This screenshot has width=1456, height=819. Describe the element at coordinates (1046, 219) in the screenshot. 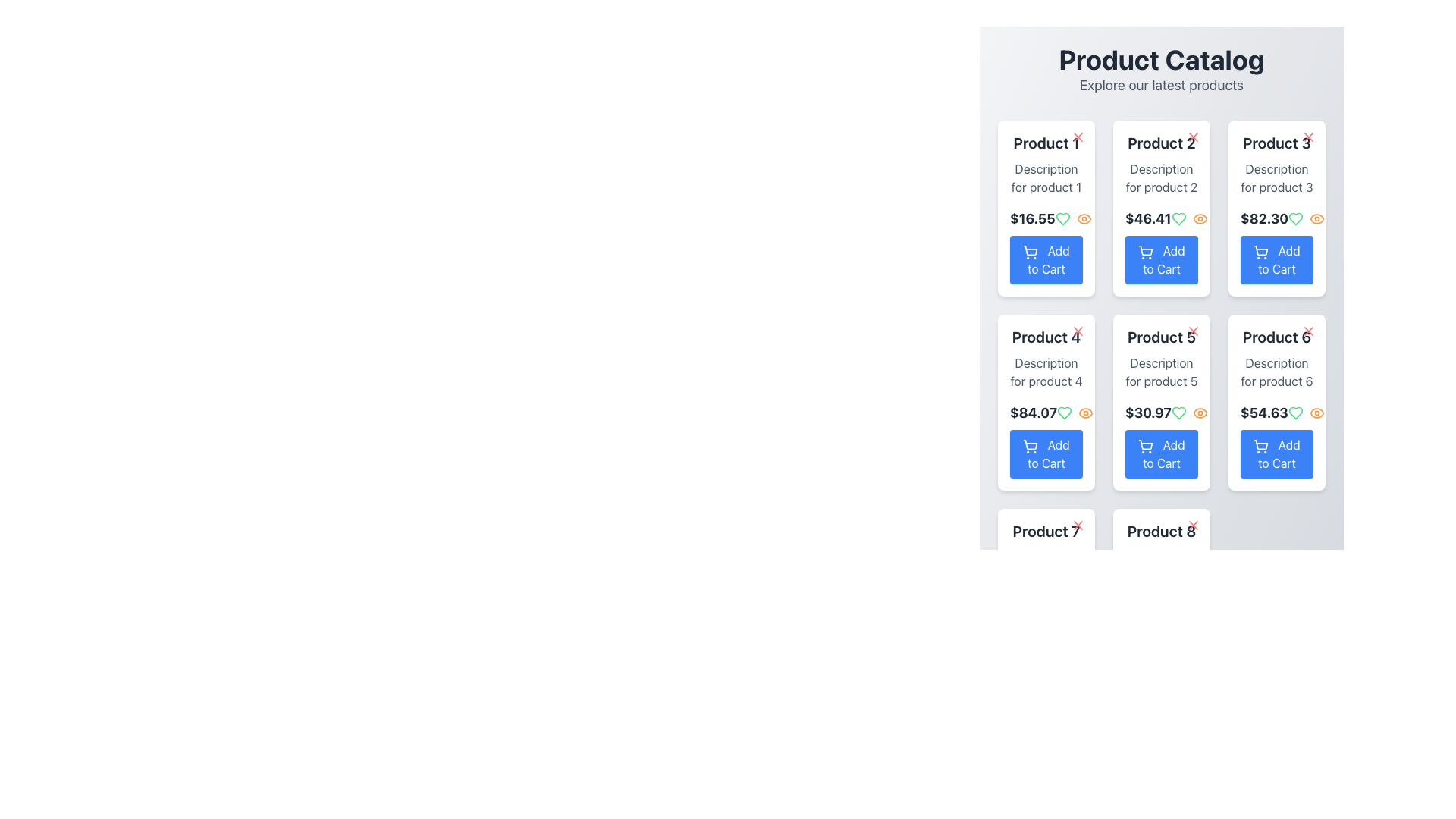

I see `pricing information displayed in the bold, large-sized text label showing '$16.55', located in the first product card, just below the description text and above the 'Add to Cart' button` at that location.